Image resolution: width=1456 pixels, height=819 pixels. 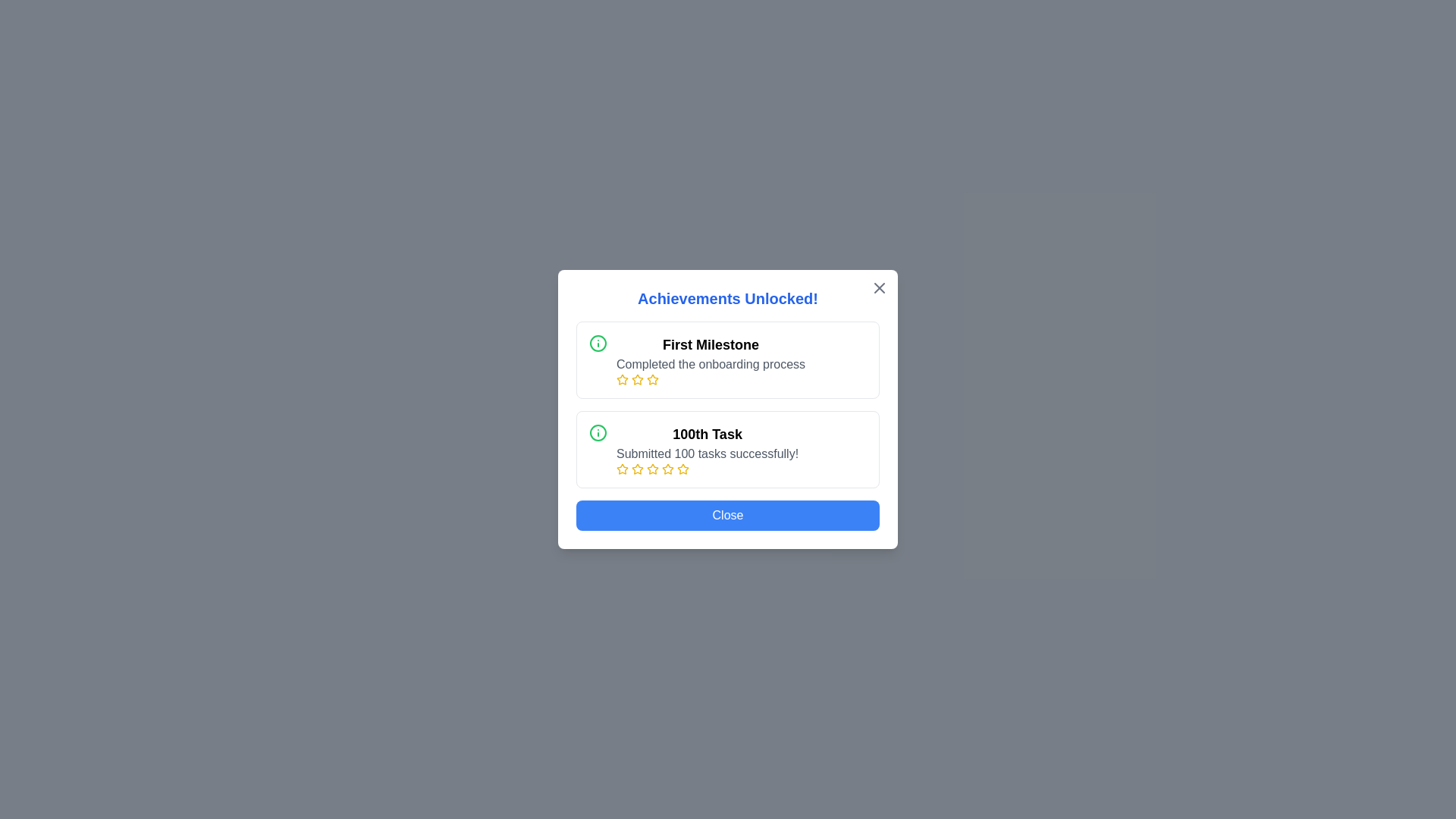 I want to click on achievement description from the informative card that shows '100th Task' and 'Submitted 100 tasks successfully!', which is the second item in the vertically stacked list of cards, so click(x=728, y=449).